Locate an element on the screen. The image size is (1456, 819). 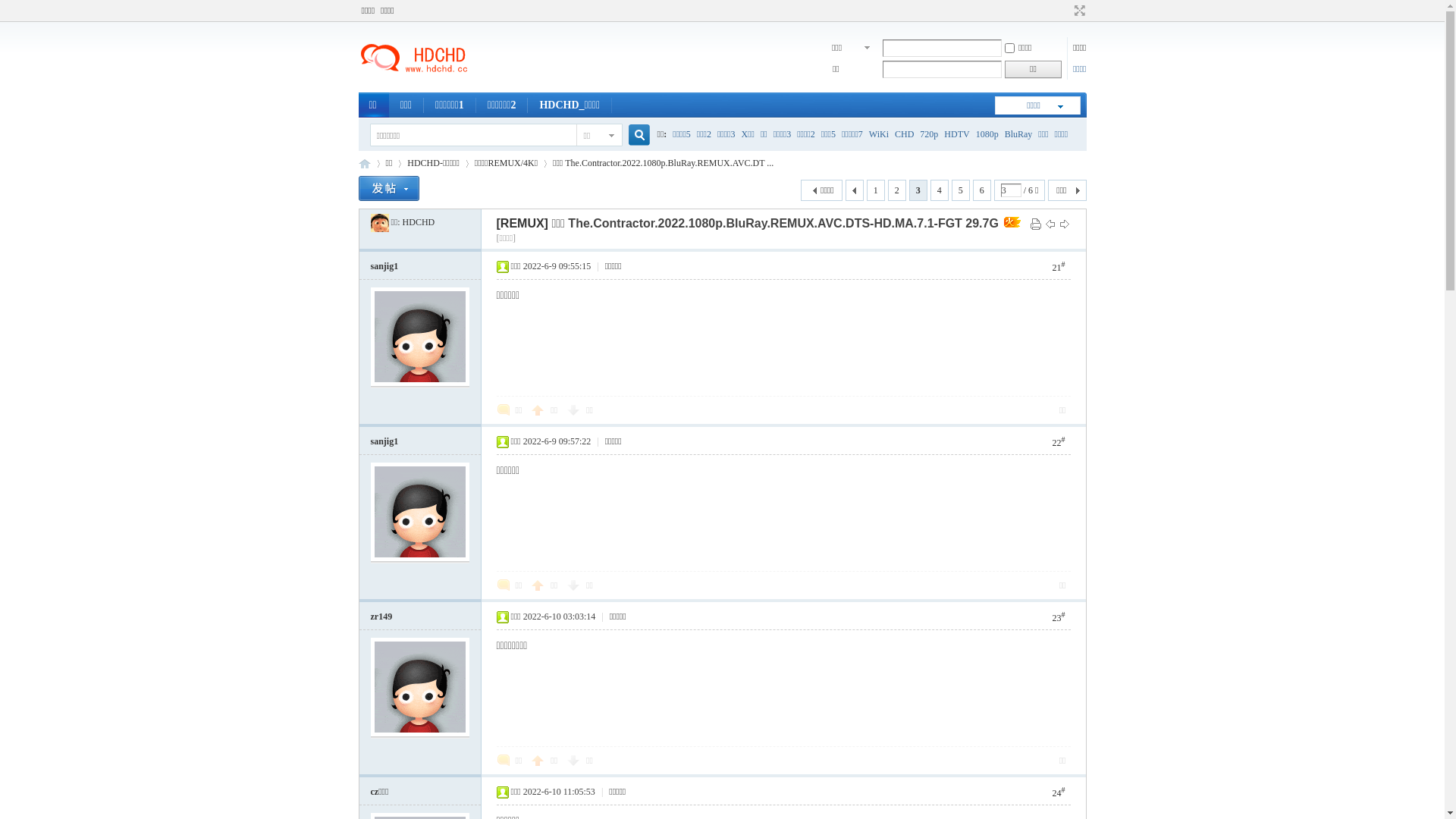
'WiKi' is located at coordinates (878, 133).